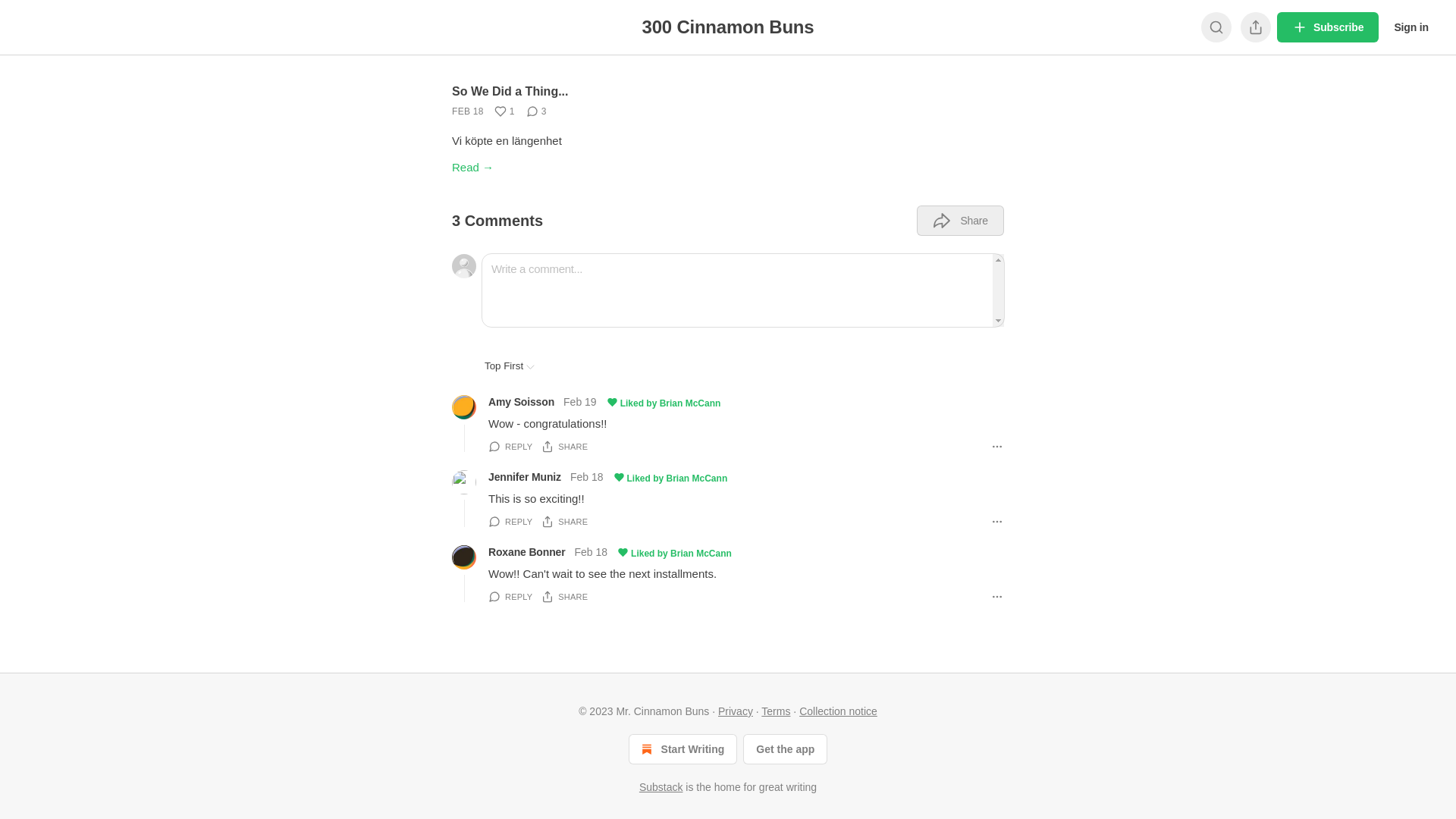 The image size is (1456, 819). What do you see at coordinates (837, 711) in the screenshot?
I see `'Collection notice'` at bounding box center [837, 711].